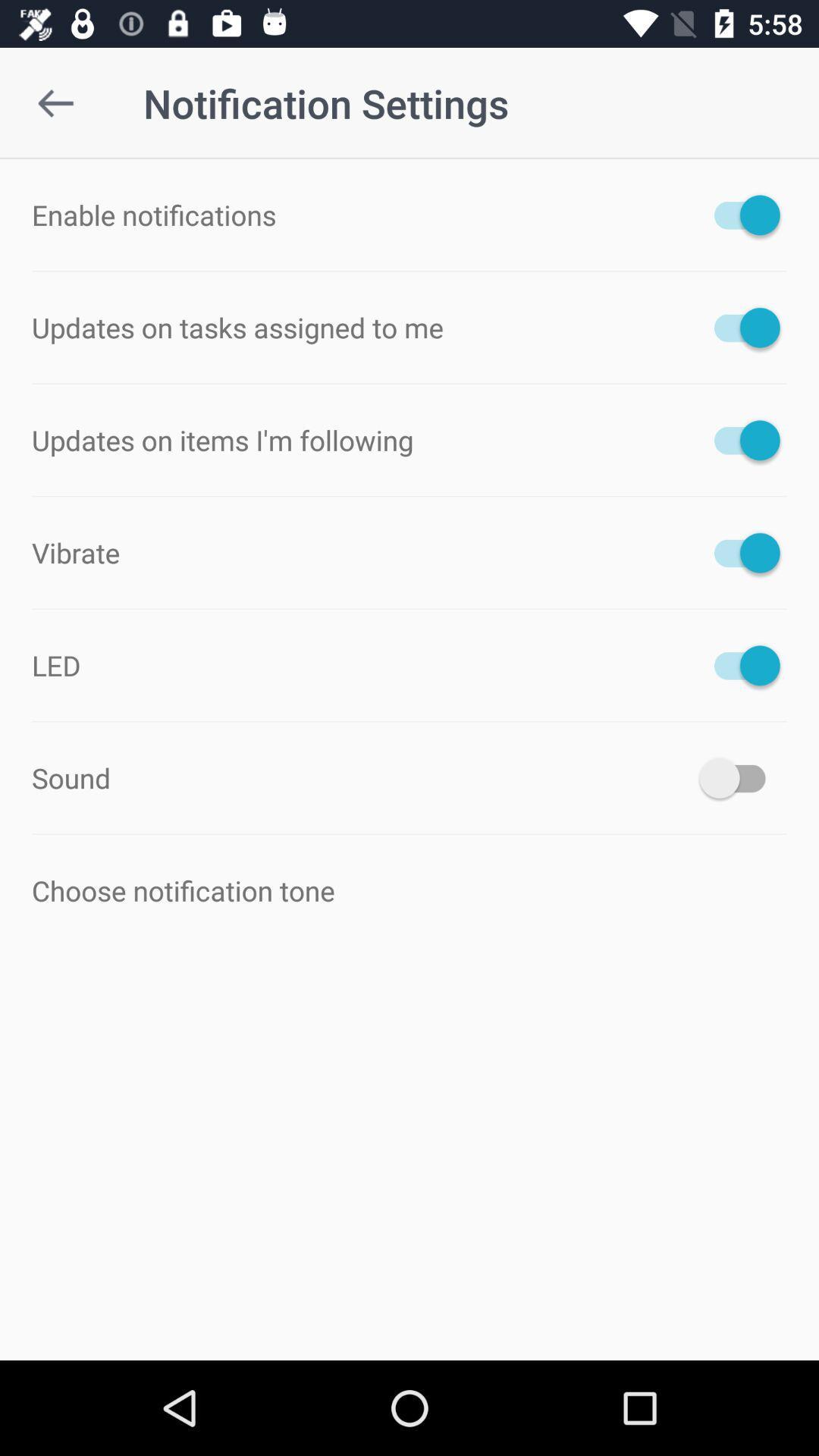  Describe the element at coordinates (739, 552) in the screenshot. I see `toggles vibrate option` at that location.